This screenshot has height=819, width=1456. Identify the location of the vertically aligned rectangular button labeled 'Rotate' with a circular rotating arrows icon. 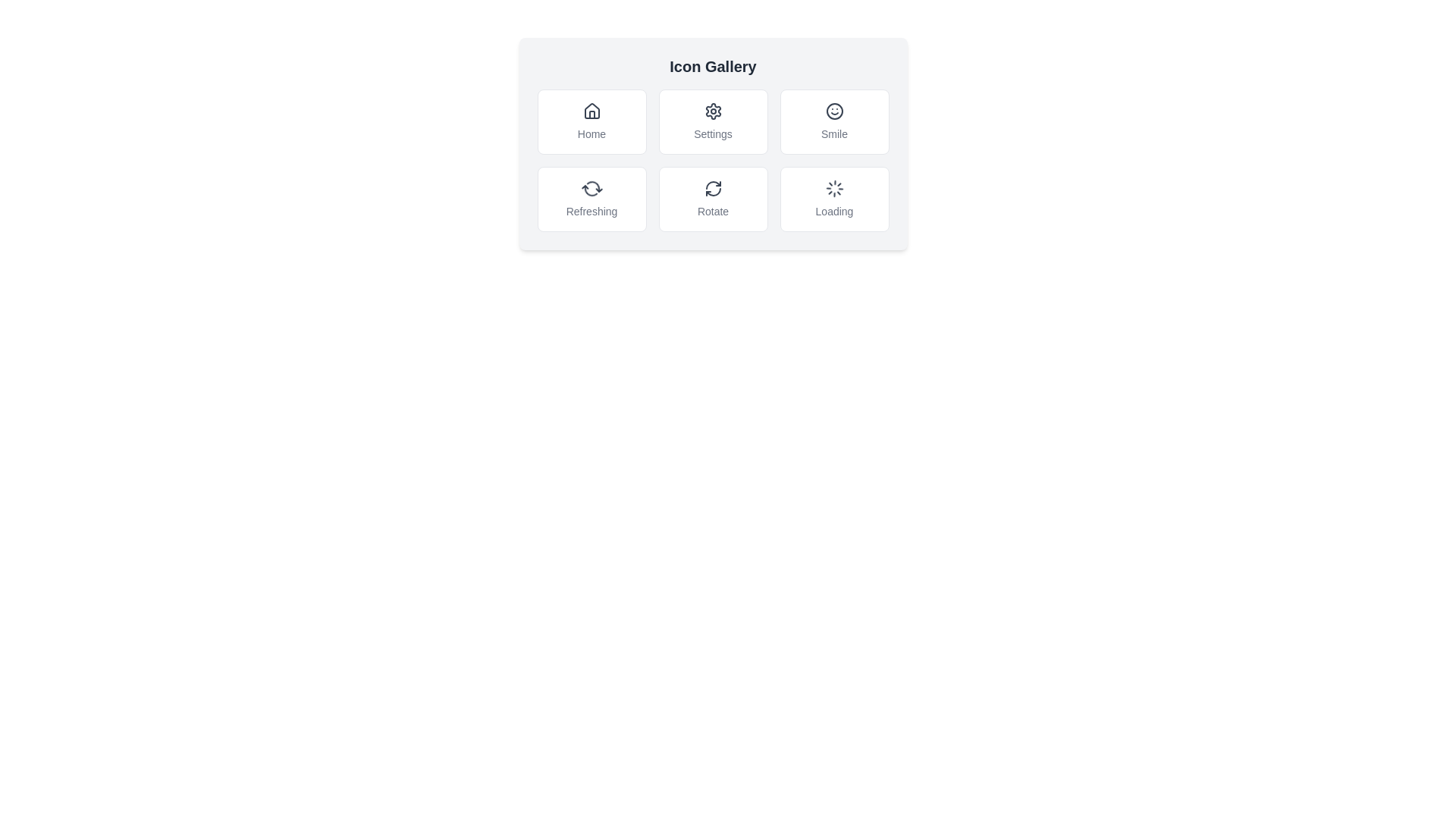
(712, 198).